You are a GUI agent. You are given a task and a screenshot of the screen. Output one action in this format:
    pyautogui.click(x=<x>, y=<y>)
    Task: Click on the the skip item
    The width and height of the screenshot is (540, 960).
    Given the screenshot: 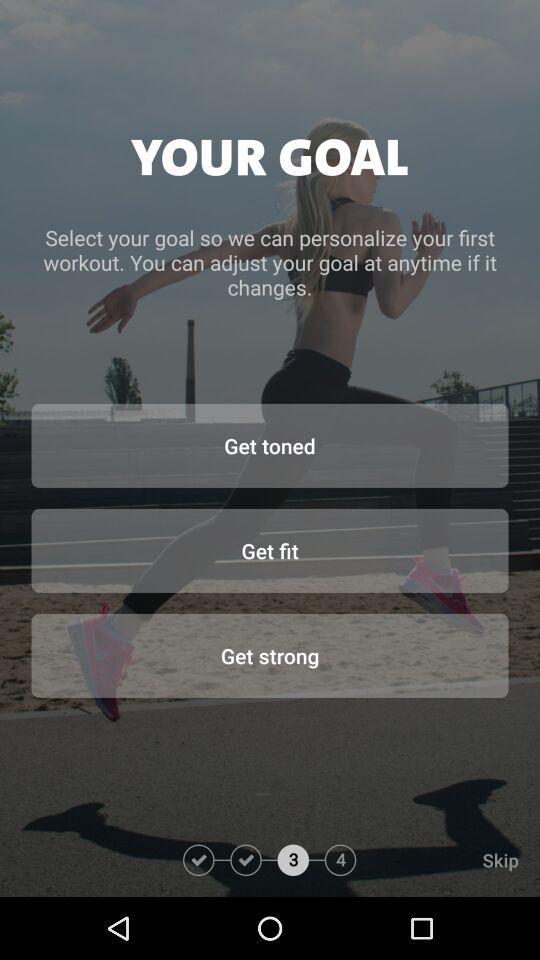 What is the action you would take?
    pyautogui.click(x=448, y=859)
    